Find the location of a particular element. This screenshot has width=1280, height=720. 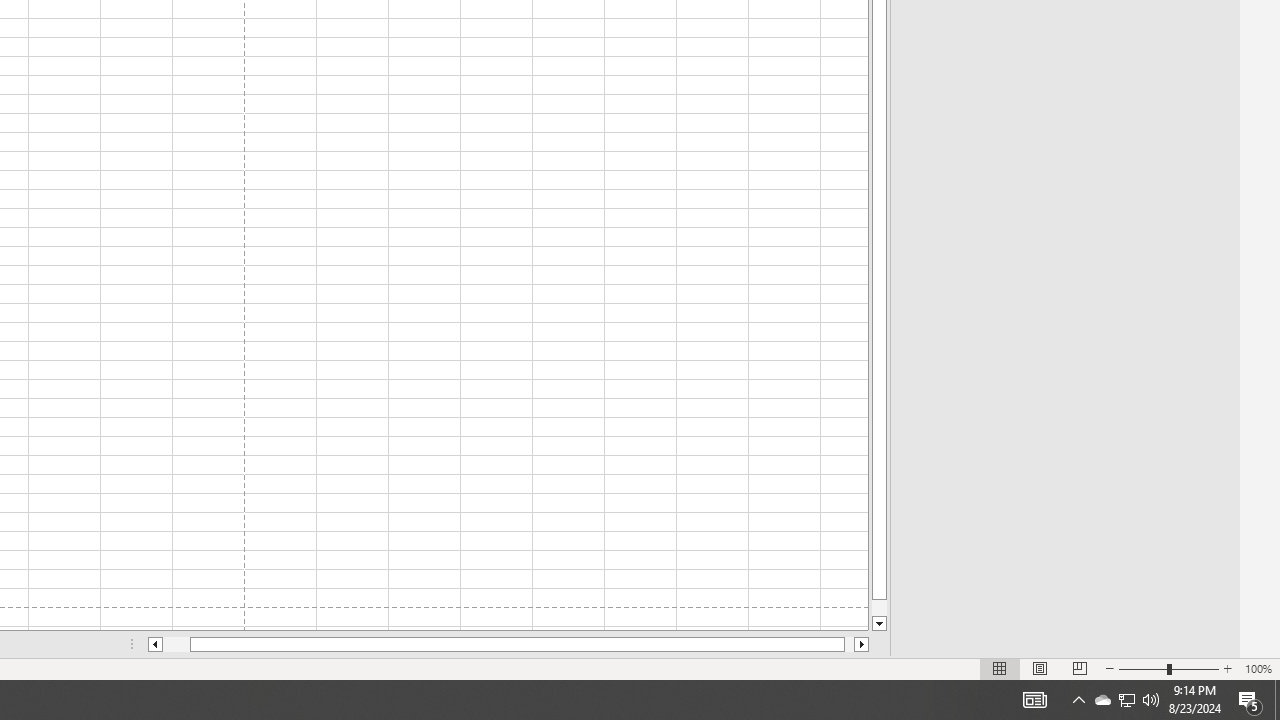

'Page Break Preview' is located at coordinates (1078, 669).